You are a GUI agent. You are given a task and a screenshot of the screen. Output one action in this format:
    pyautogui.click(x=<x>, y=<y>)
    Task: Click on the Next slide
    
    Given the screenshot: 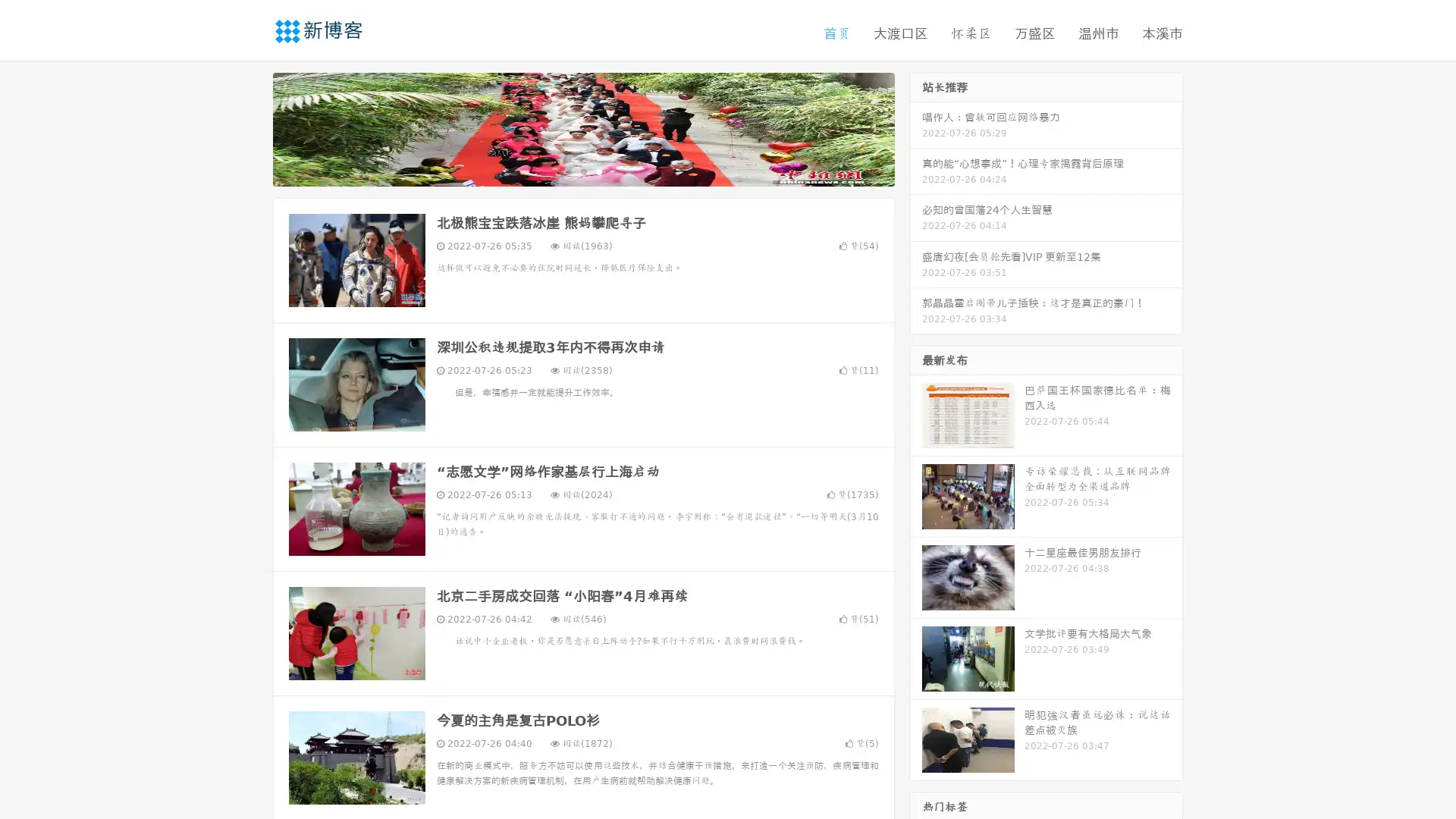 What is the action you would take?
    pyautogui.click(x=916, y=127)
    